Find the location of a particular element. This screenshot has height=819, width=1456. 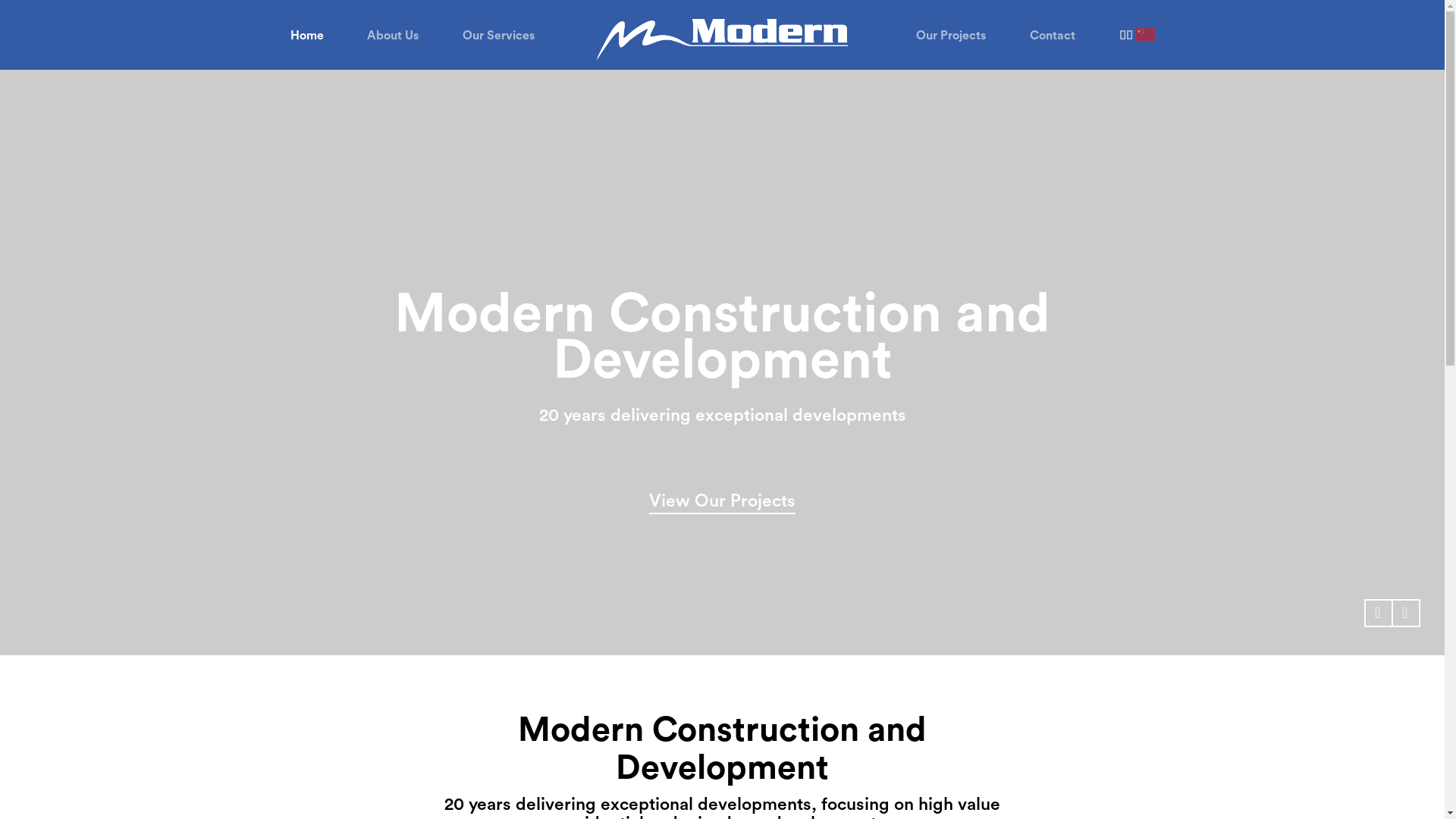

'Our Projects' is located at coordinates (949, 35).